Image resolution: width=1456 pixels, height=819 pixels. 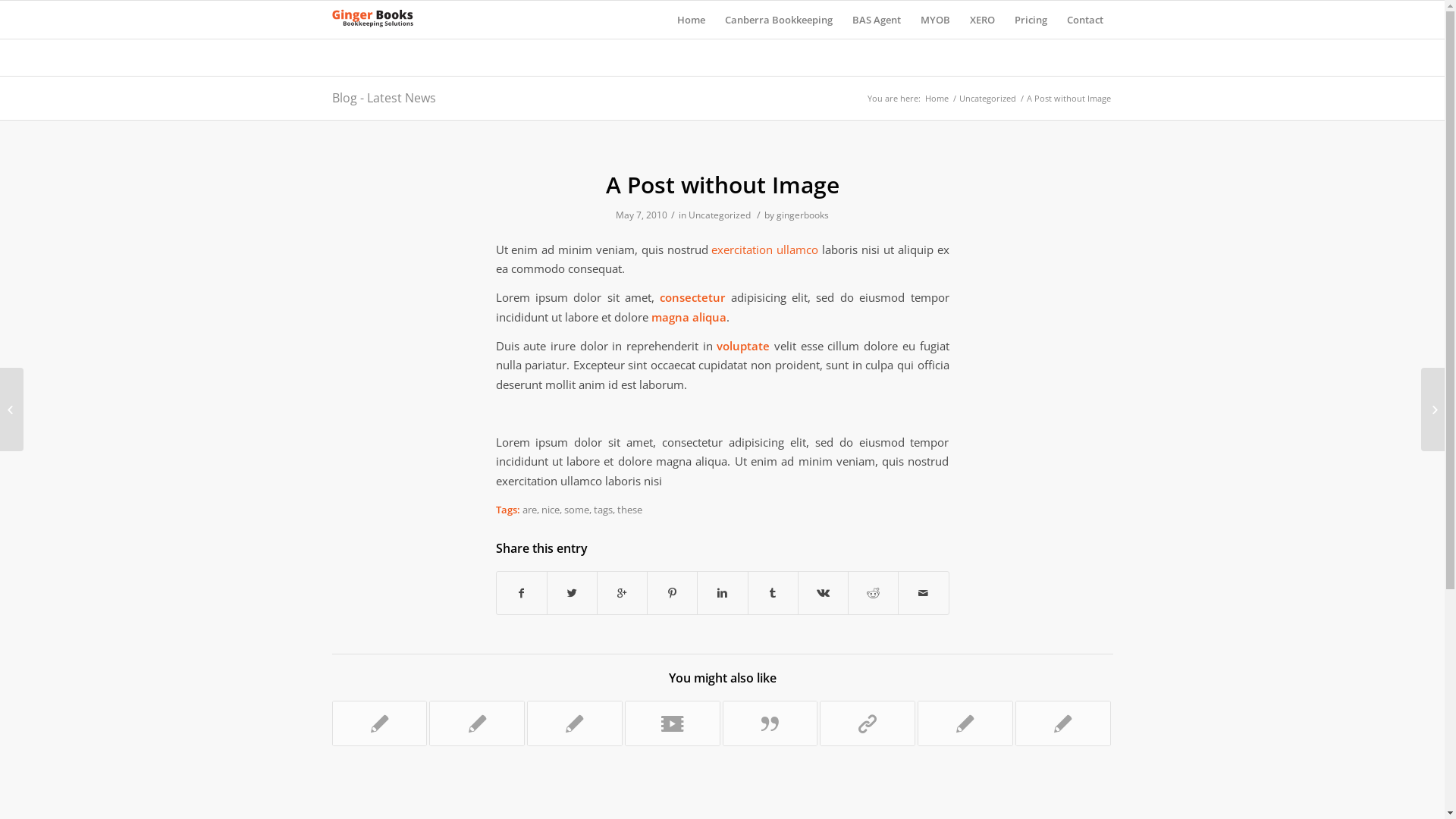 I want to click on 'BAS Agent', so click(x=840, y=20).